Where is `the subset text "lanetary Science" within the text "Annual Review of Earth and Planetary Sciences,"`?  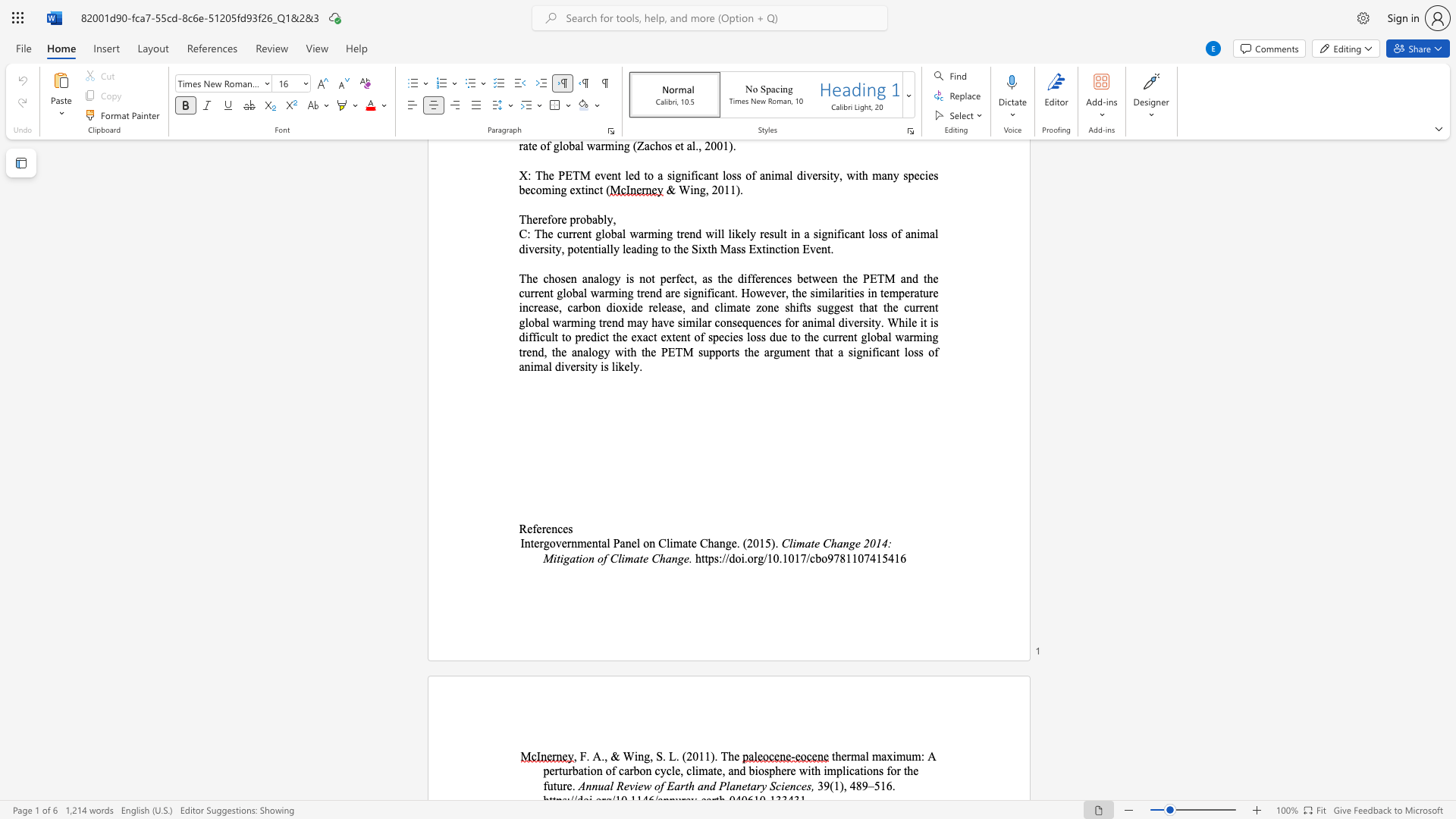
the subset text "lanetary Science" within the text "Annual Review of Earth and Planetary Sciences," is located at coordinates (725, 785).